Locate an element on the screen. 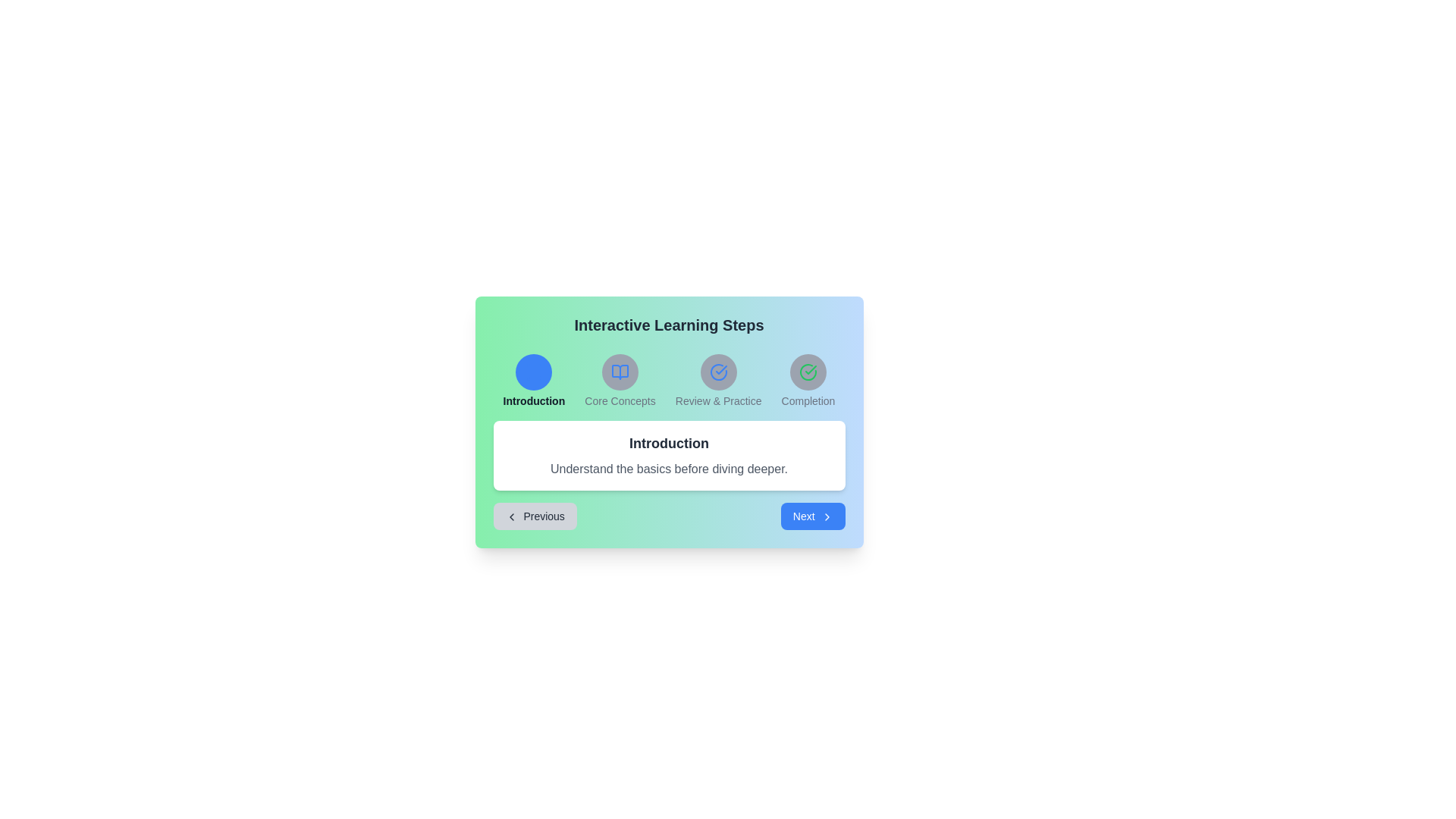 This screenshot has width=1456, height=819. the 'Review & Practice' Indicator button, which is the third in a row of four interactive step indicators located at the top of a centered modal is located at coordinates (717, 372).